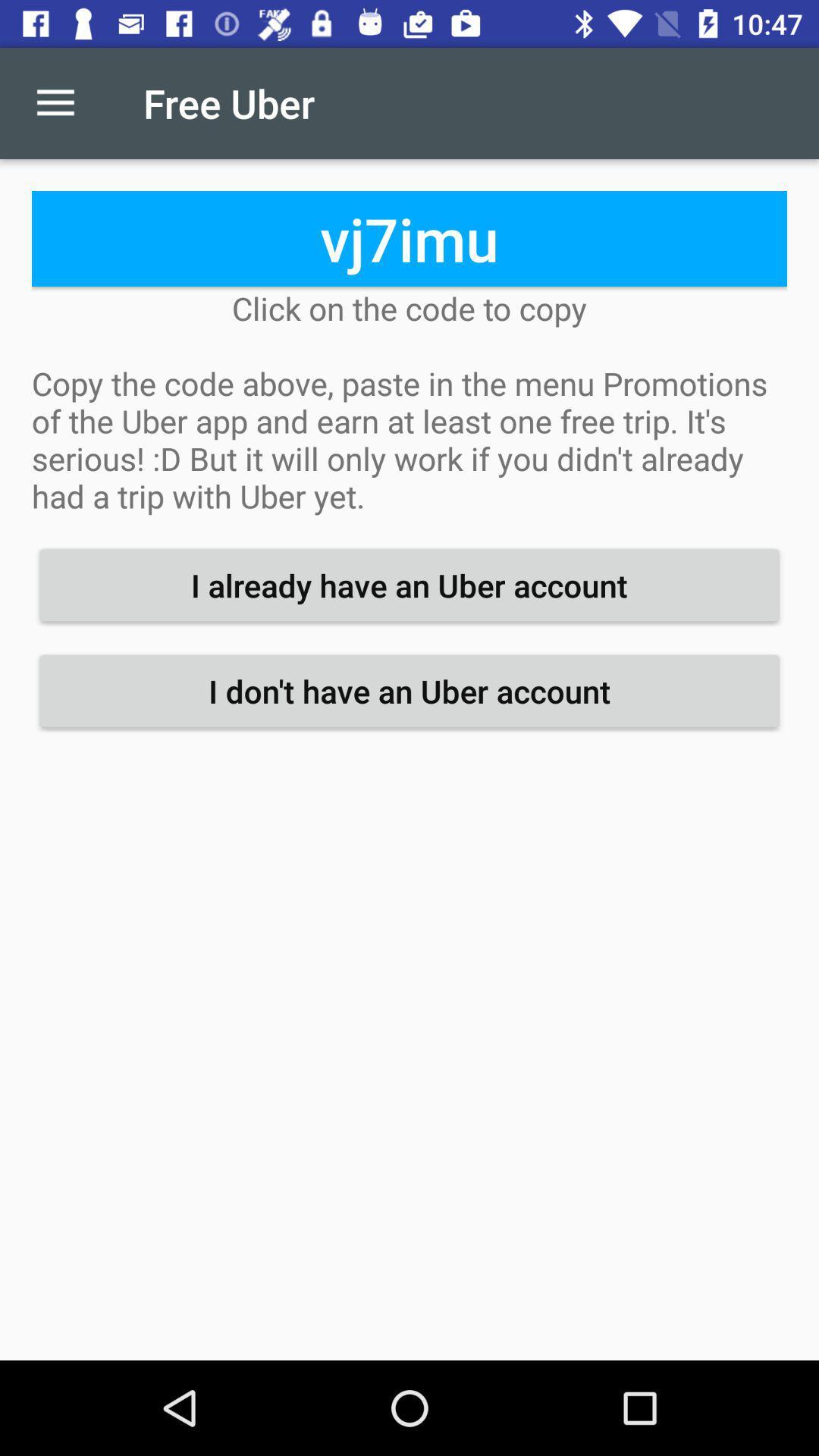 This screenshot has width=819, height=1456. I want to click on the item above click on the icon, so click(409, 238).